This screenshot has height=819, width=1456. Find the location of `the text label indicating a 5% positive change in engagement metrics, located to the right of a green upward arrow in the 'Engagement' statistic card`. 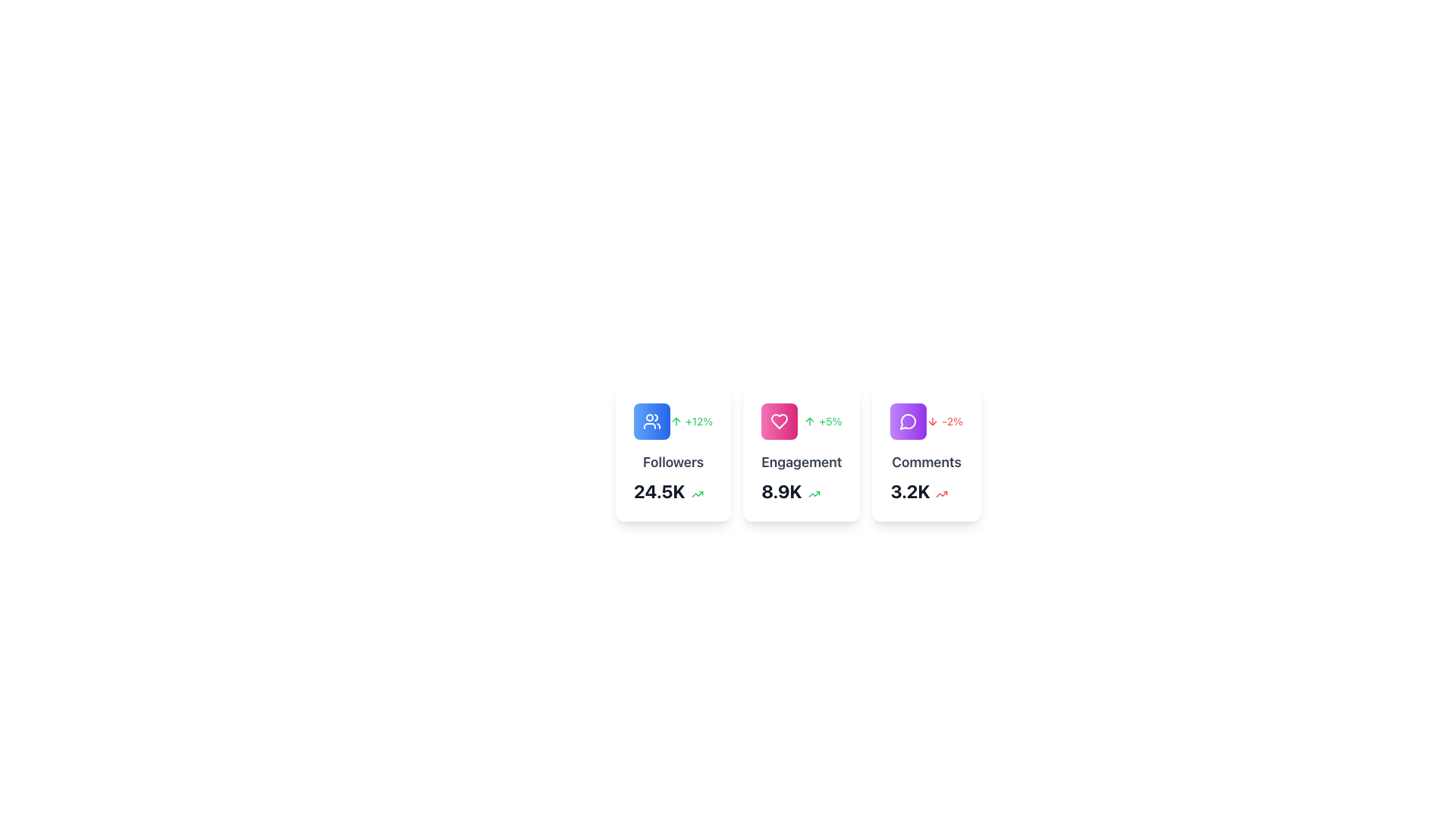

the text label indicating a 5% positive change in engagement metrics, located to the right of a green upward arrow in the 'Engagement' statistic card is located at coordinates (801, 421).